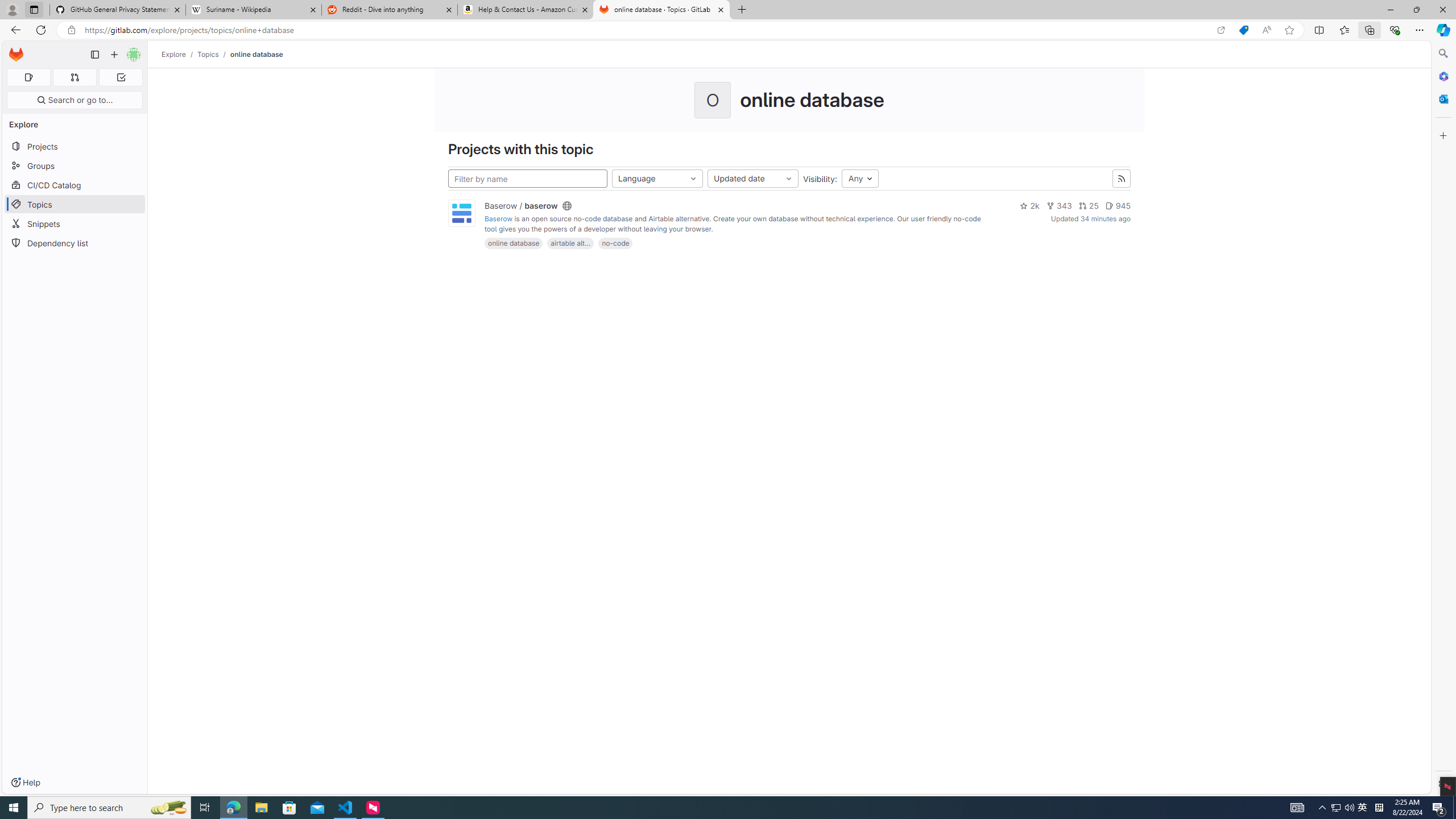  Describe the element at coordinates (74, 242) in the screenshot. I see `'Dependency list'` at that location.